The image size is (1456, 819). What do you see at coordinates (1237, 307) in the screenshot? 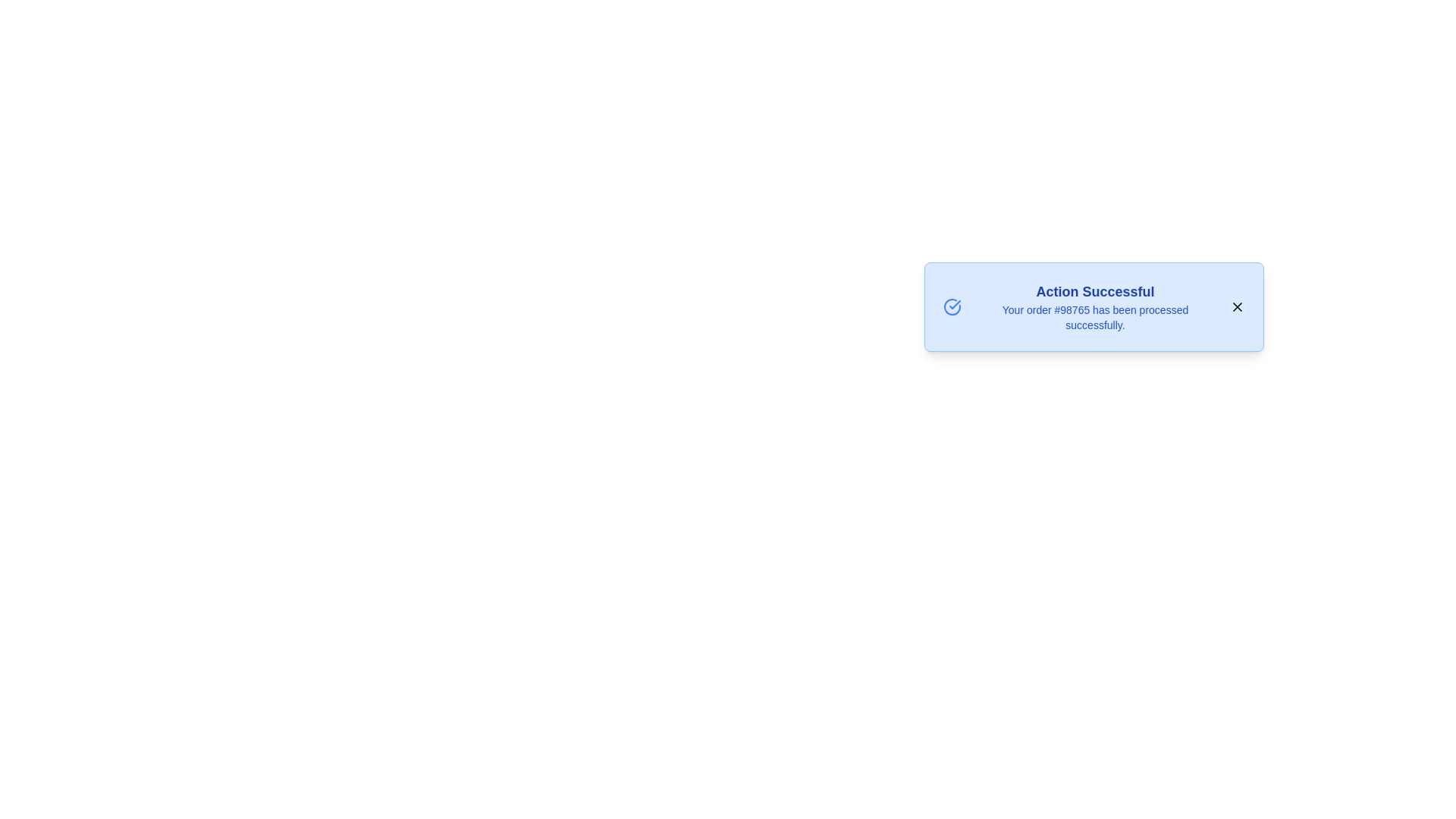
I see `the close button to dismiss the alert` at bounding box center [1237, 307].